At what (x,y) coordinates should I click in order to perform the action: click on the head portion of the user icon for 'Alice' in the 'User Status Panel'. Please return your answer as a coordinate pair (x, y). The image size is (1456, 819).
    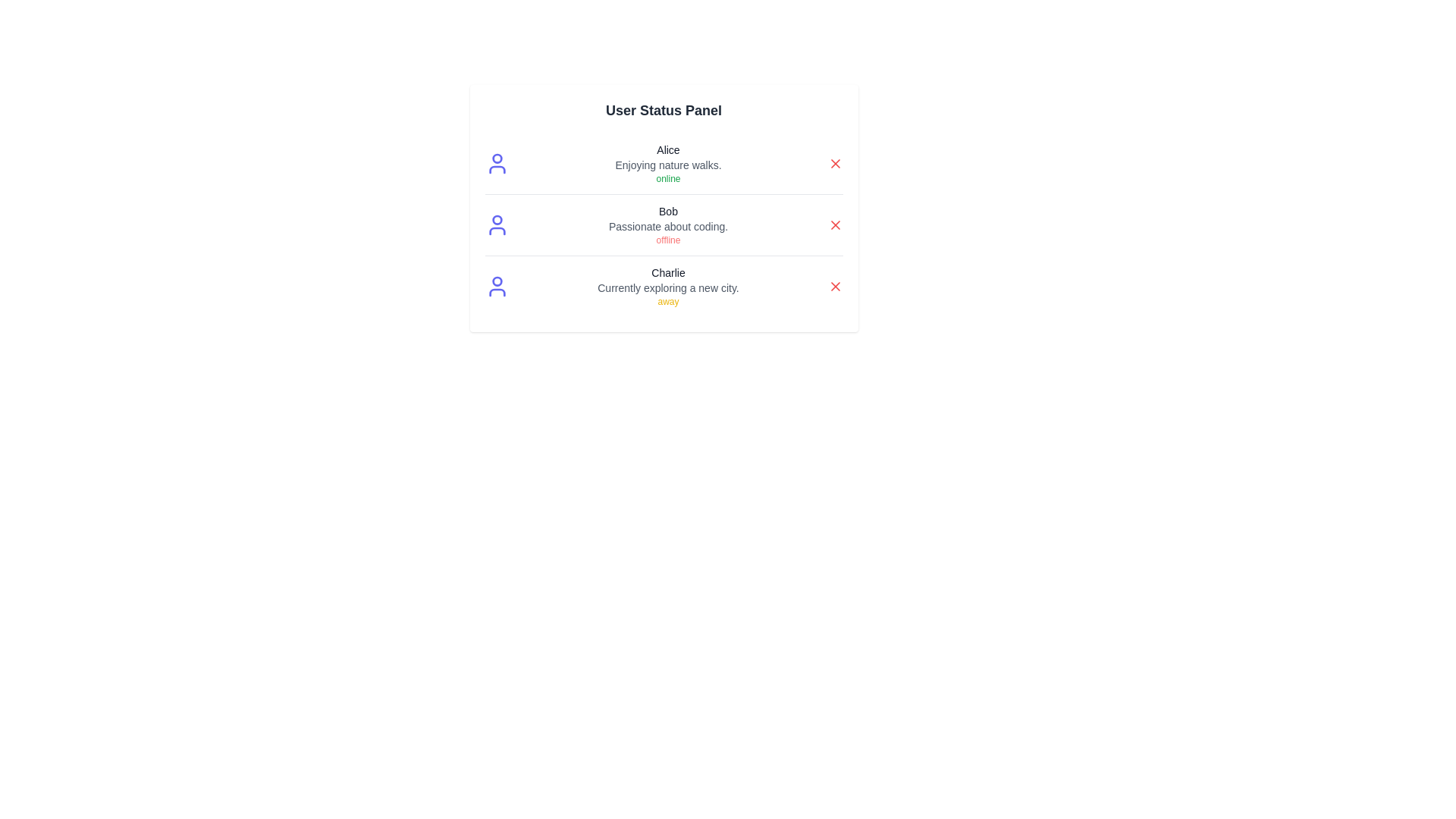
    Looking at the image, I should click on (497, 158).